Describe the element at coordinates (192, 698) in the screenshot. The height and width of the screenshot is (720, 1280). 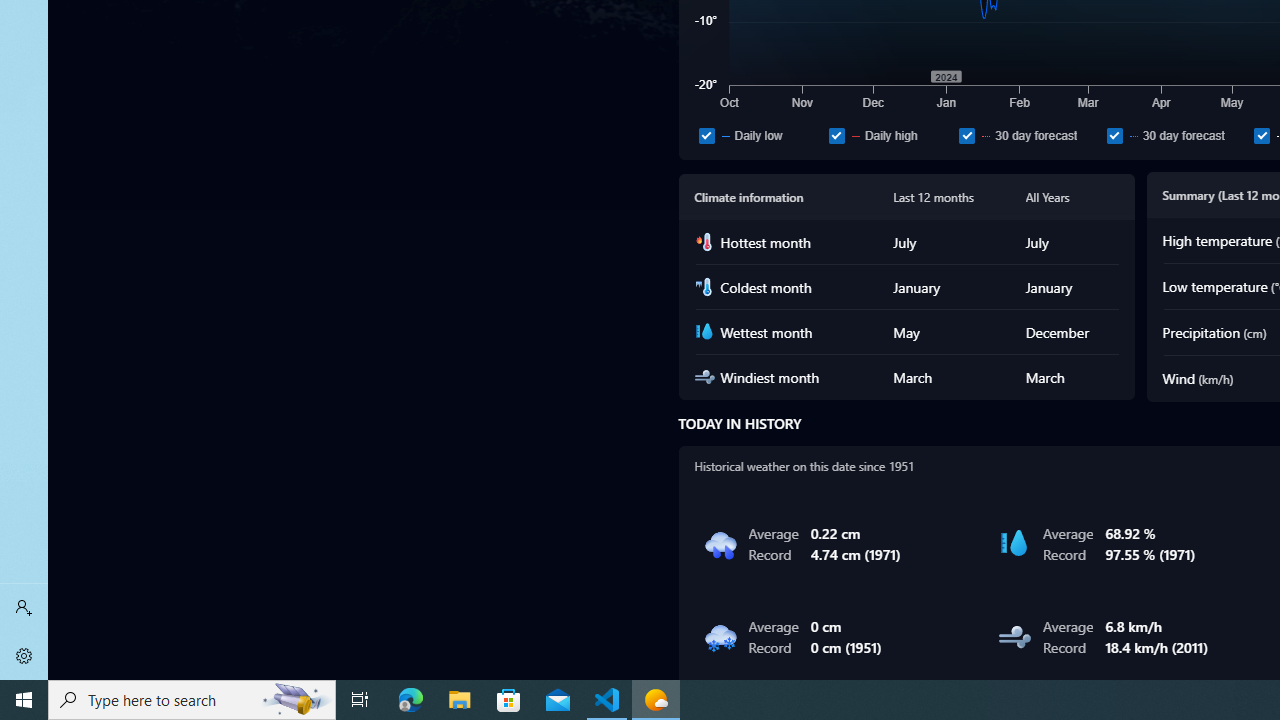
I see `'Type here to search'` at that location.